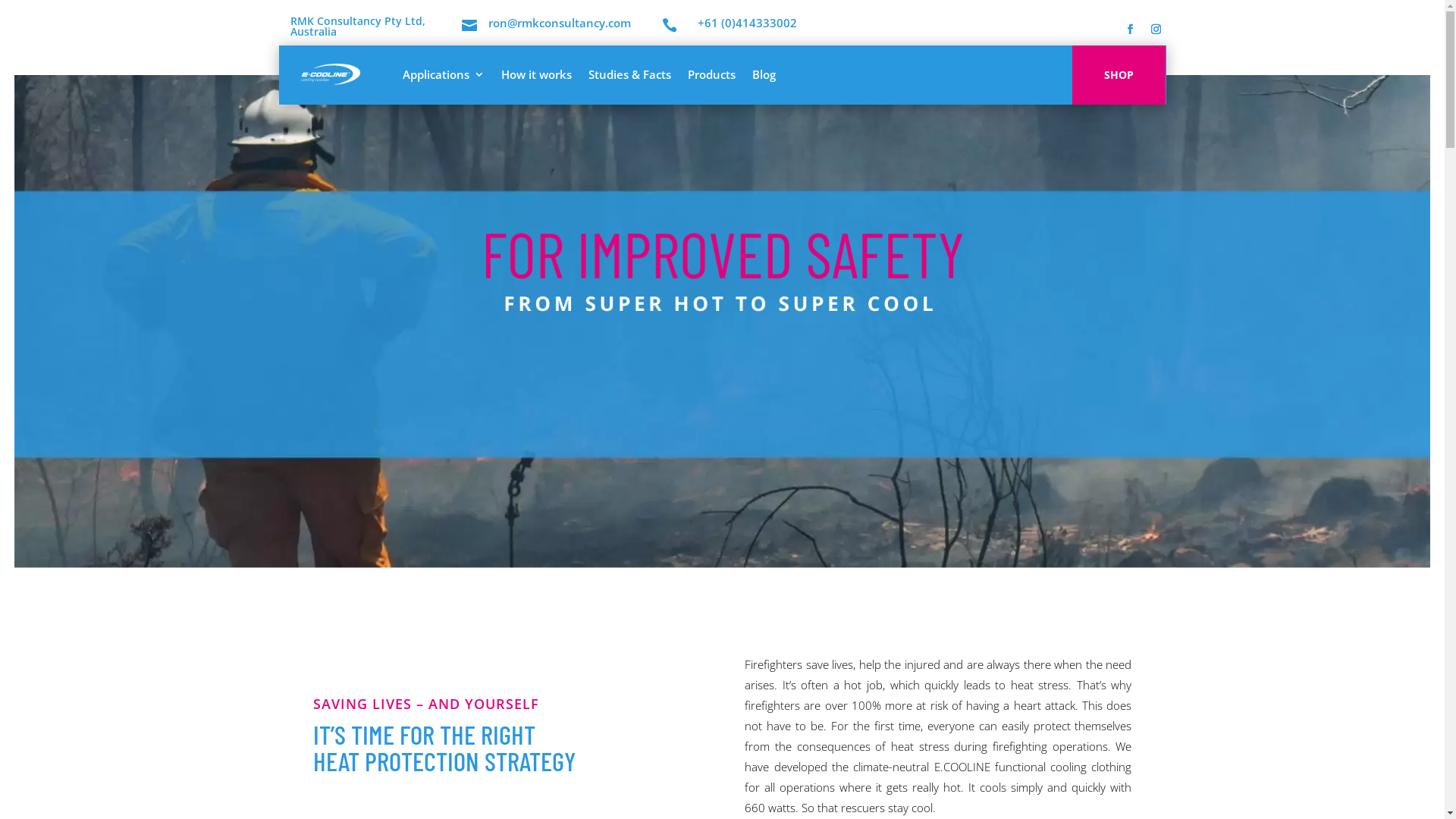  Describe the element at coordinates (1119, 75) in the screenshot. I see `'SHOP'` at that location.